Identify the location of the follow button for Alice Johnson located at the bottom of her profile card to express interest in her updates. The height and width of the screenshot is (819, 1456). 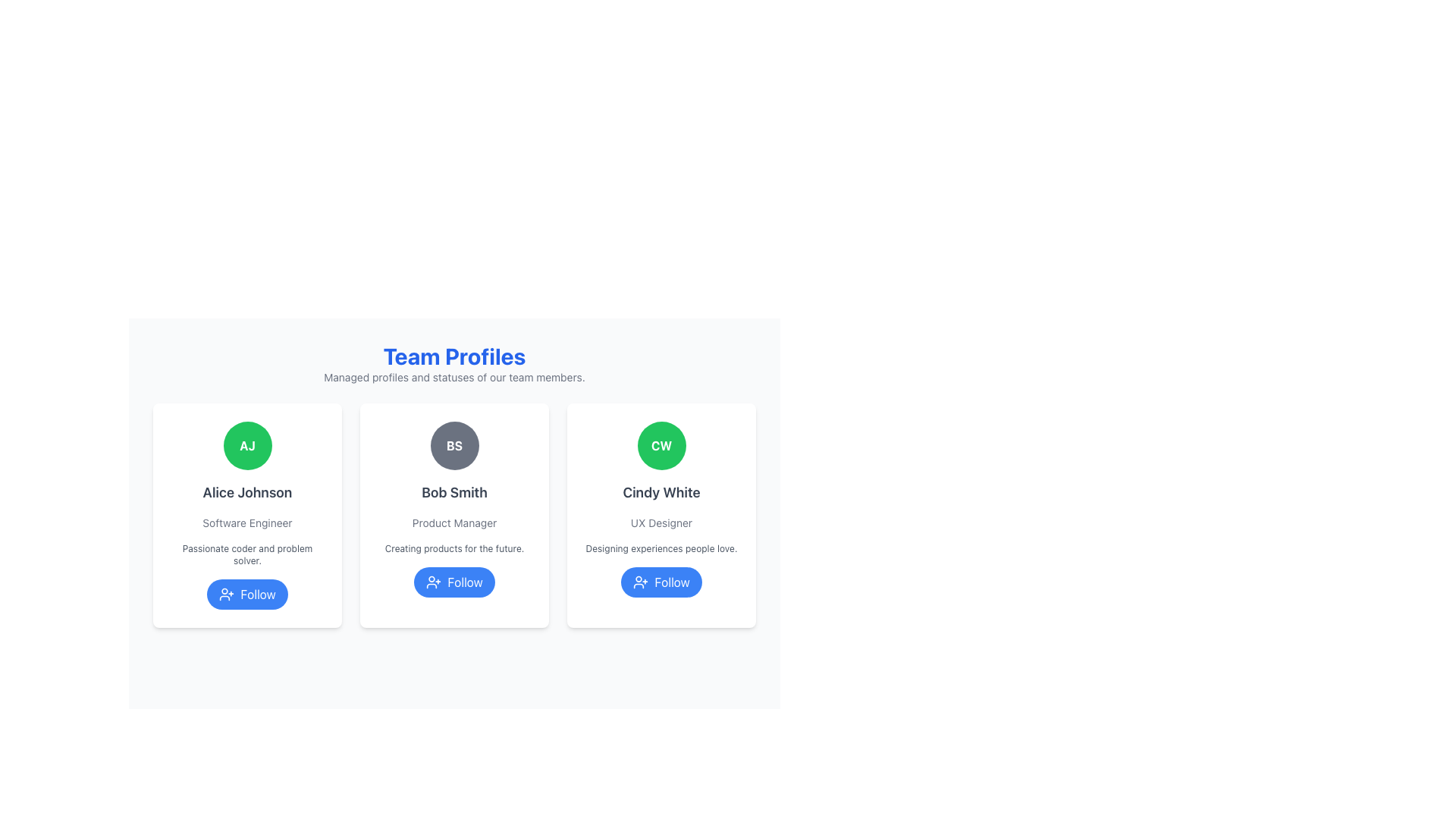
(247, 593).